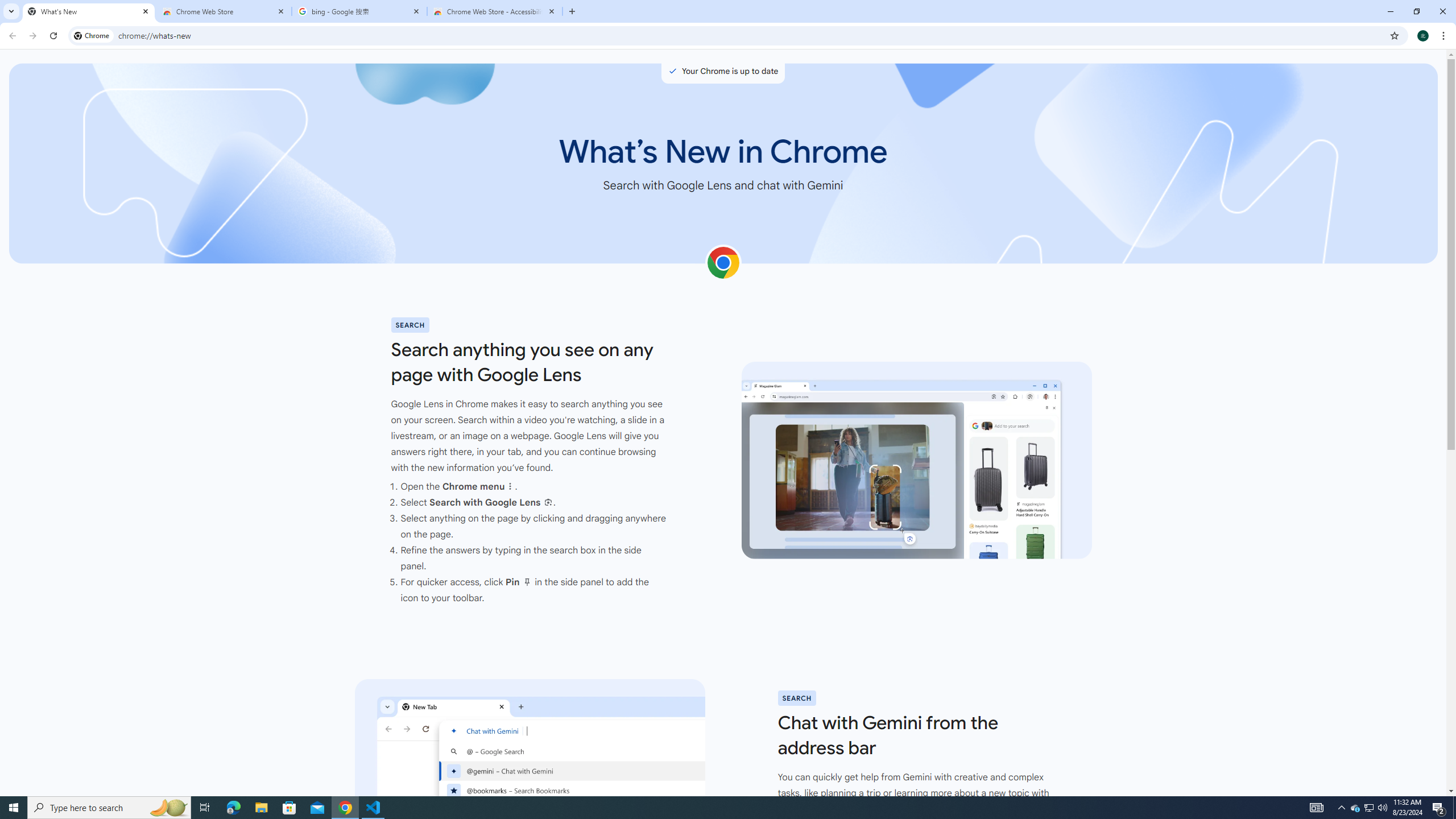 This screenshot has height=819, width=1456. What do you see at coordinates (88, 11) in the screenshot?
I see `'What'` at bounding box center [88, 11].